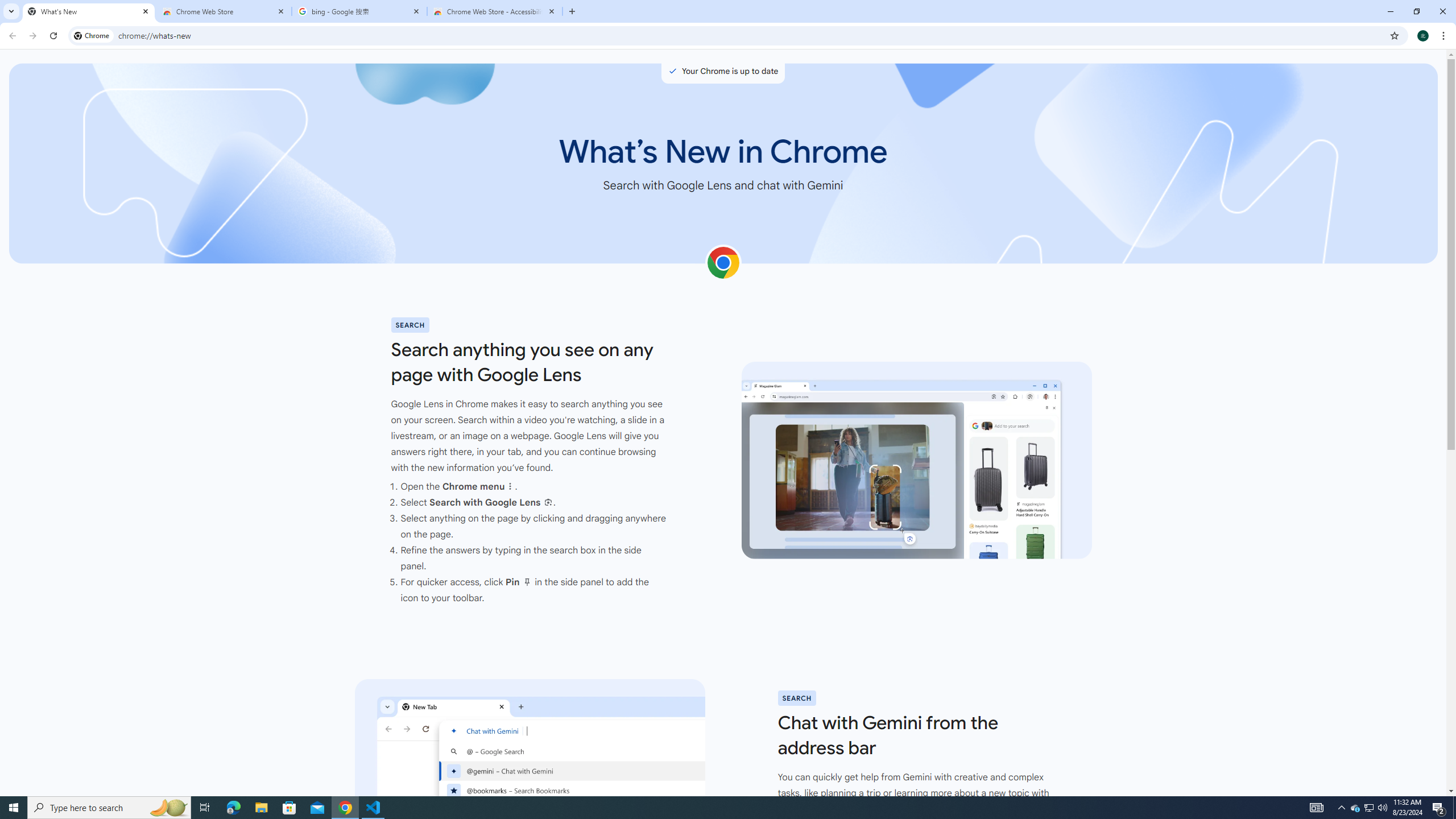 This screenshot has height=819, width=1456. What do you see at coordinates (88, 11) in the screenshot?
I see `'What'` at bounding box center [88, 11].